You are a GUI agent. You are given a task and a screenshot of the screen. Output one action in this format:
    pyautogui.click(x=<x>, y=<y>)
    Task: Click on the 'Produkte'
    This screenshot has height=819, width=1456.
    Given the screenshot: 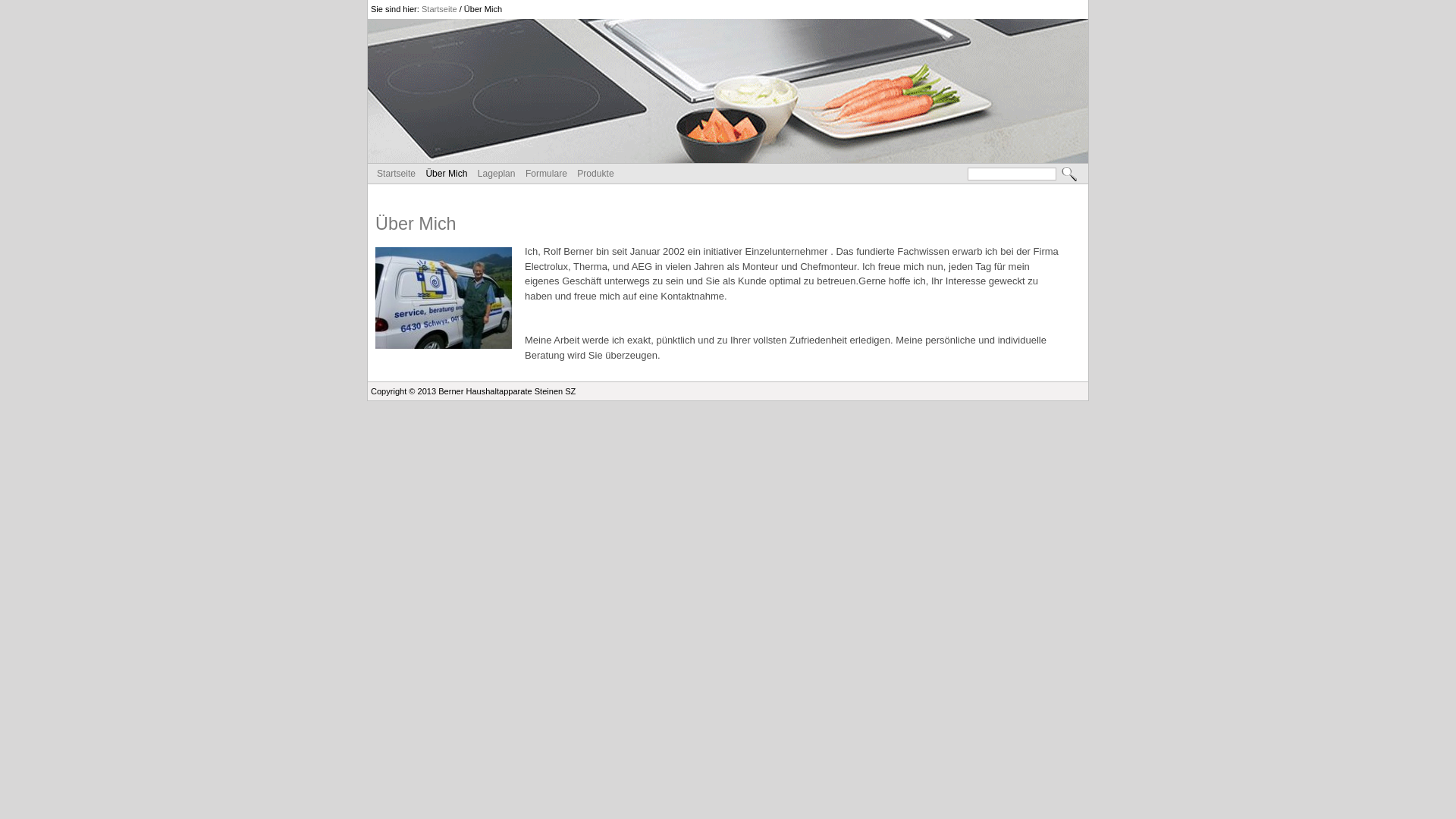 What is the action you would take?
    pyautogui.click(x=595, y=172)
    